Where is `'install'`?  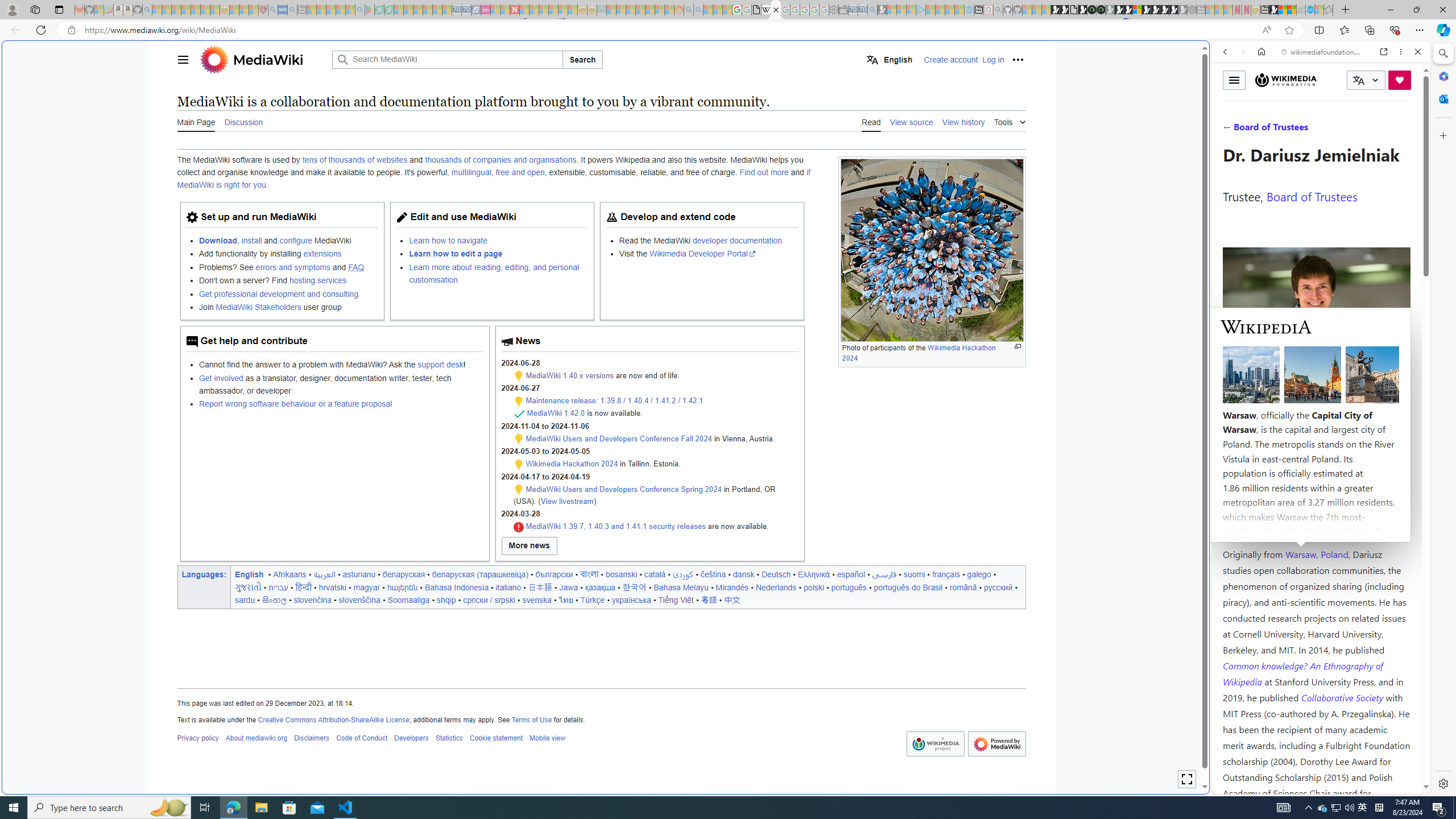 'install' is located at coordinates (251, 239).